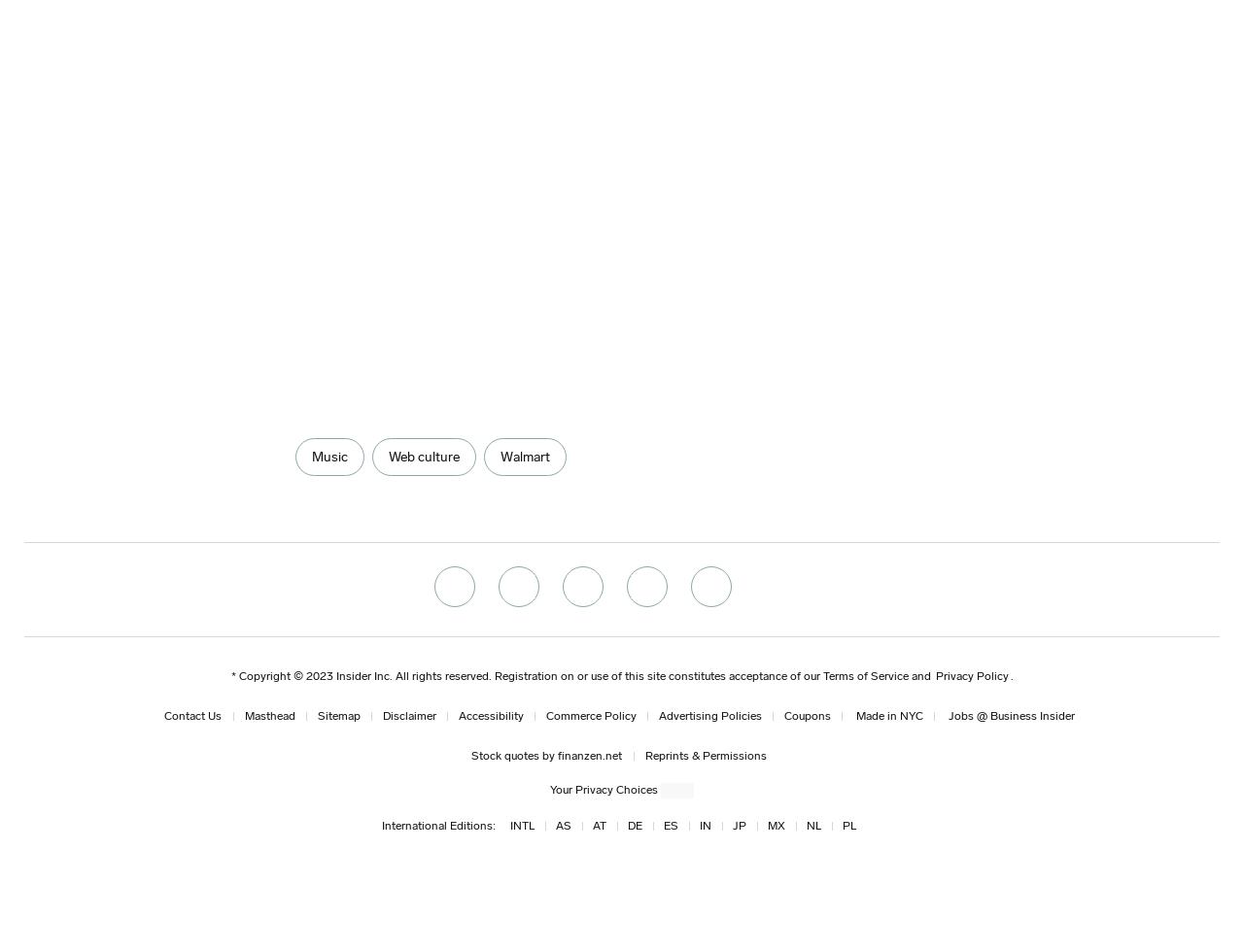  Describe the element at coordinates (806, 714) in the screenshot. I see `'Coupons'` at that location.